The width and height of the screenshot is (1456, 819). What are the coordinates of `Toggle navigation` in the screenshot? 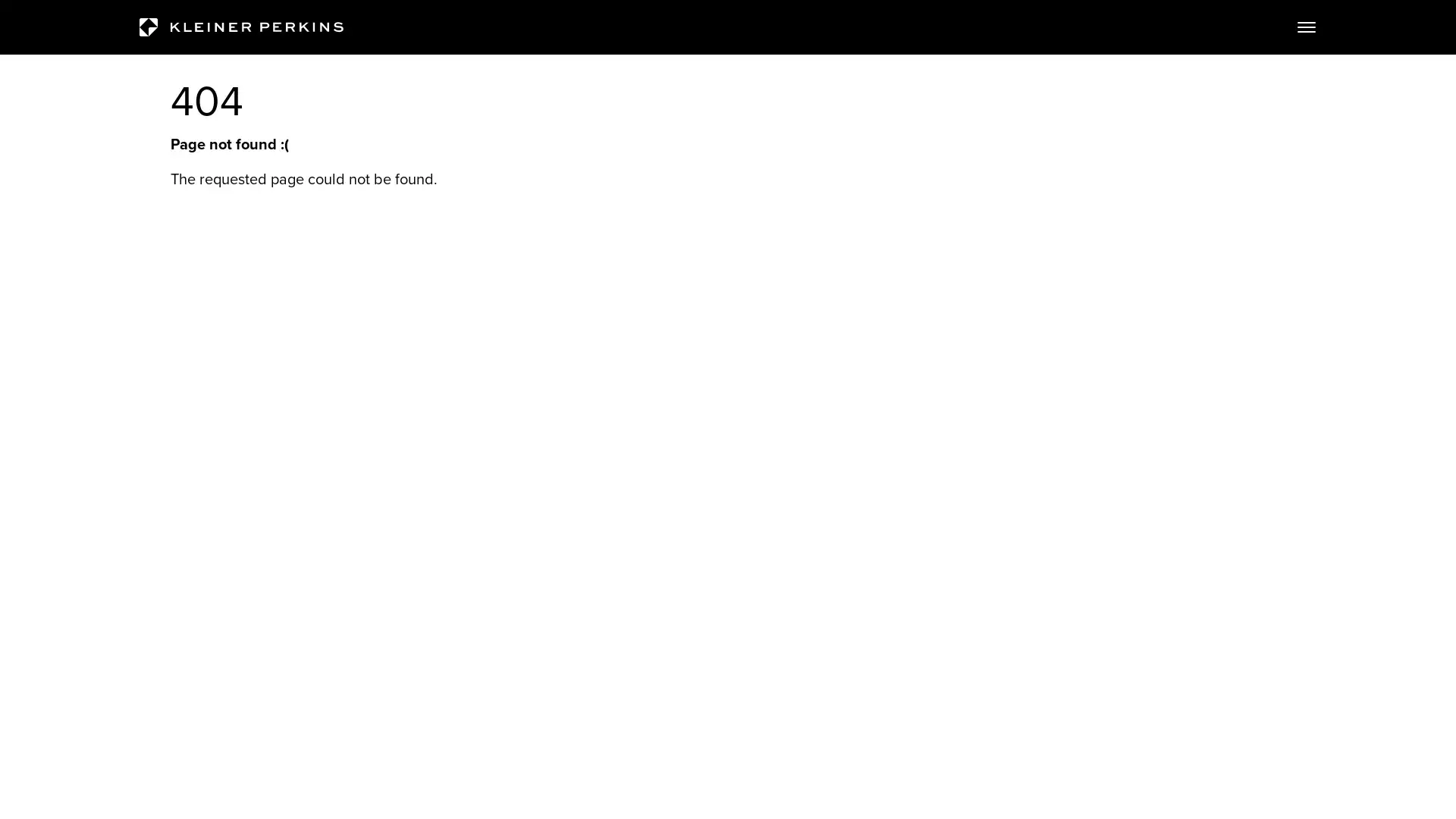 It's located at (1306, 27).